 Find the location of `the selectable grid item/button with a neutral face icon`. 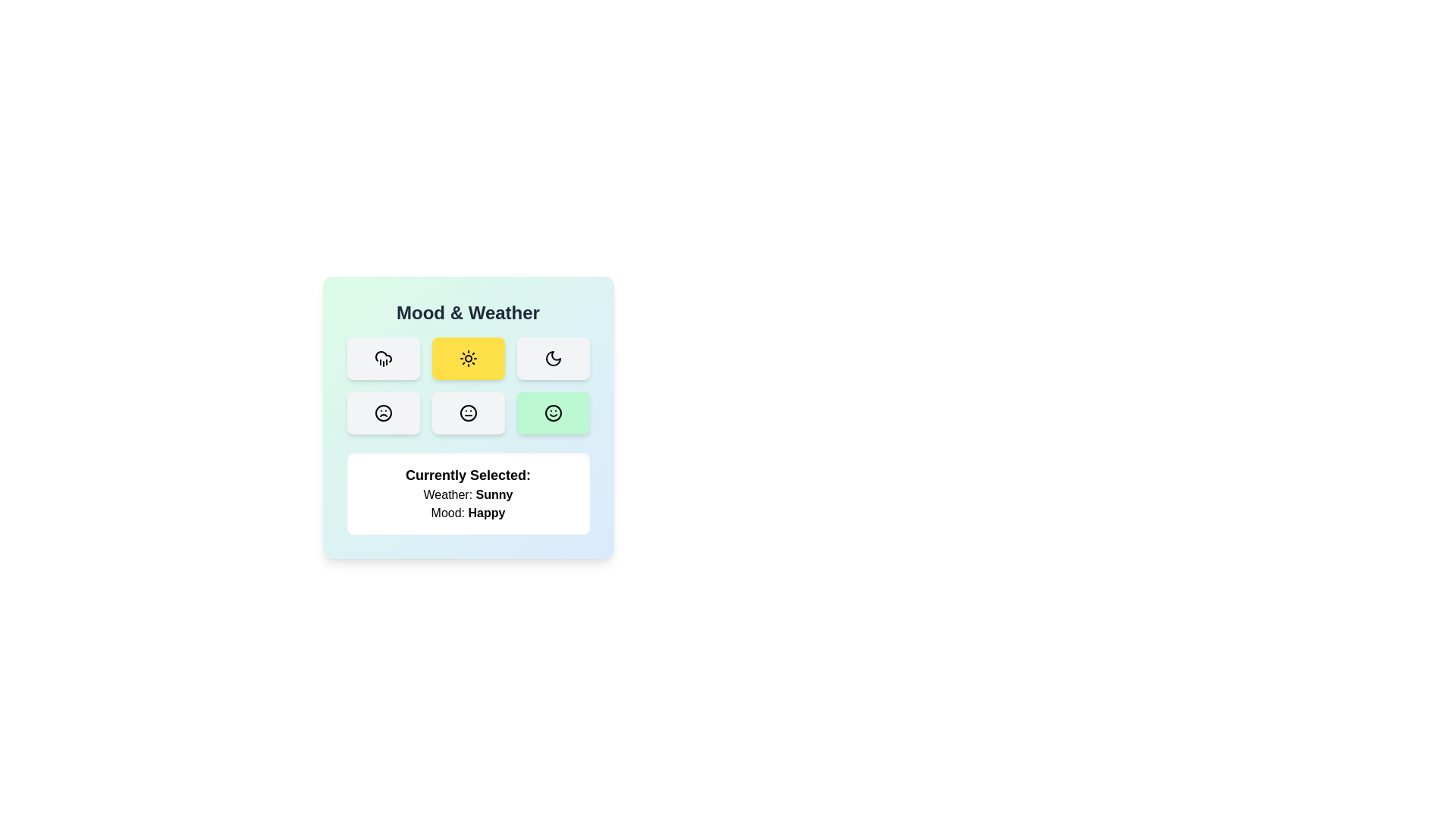

the selectable grid item/button with a neutral face icon is located at coordinates (467, 413).